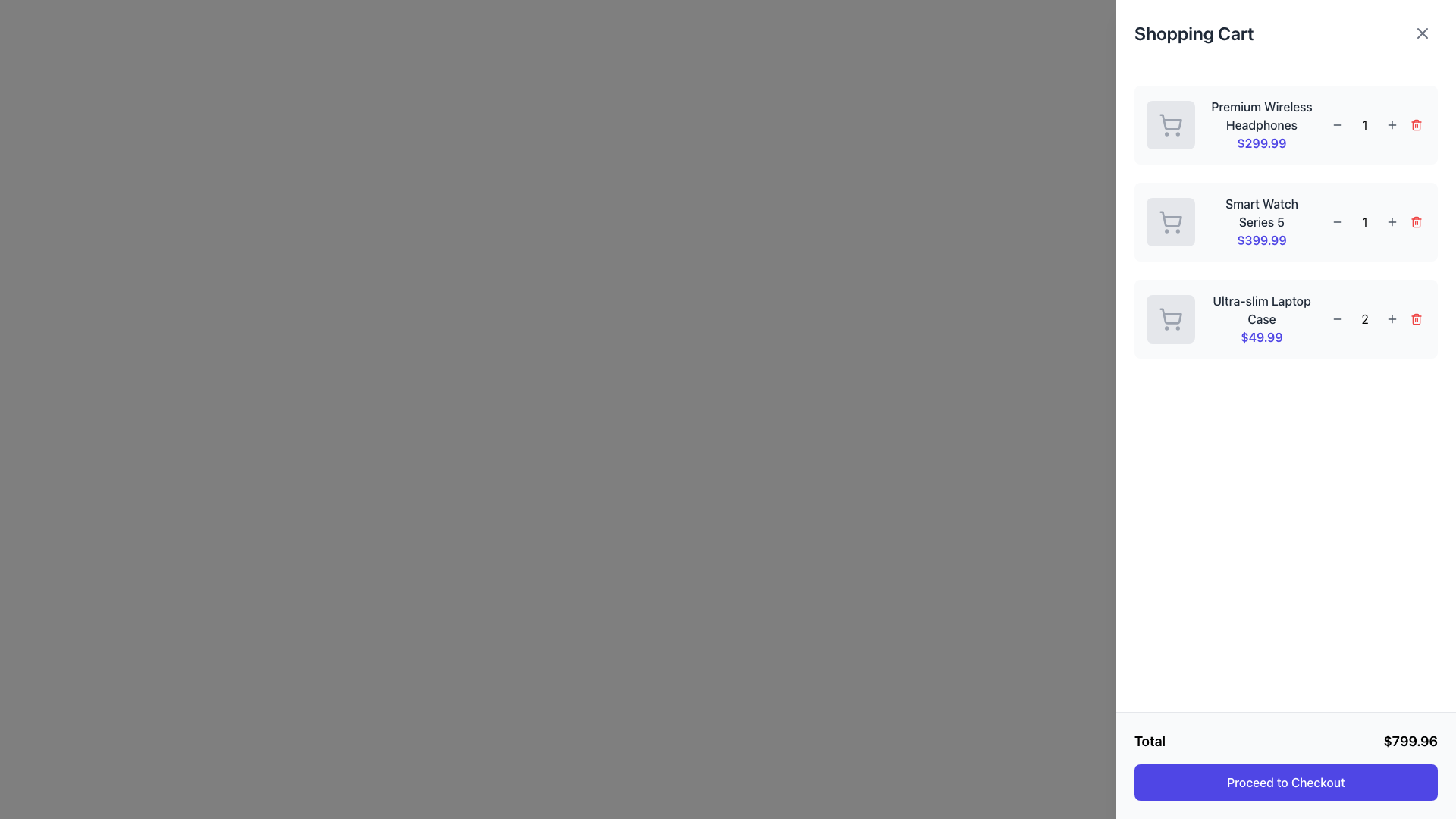 This screenshot has height=819, width=1456. What do you see at coordinates (1285, 222) in the screenshot?
I see `the minus button on the shopping cart item 'Smart Watch Series 5' to decrease its quantity` at bounding box center [1285, 222].